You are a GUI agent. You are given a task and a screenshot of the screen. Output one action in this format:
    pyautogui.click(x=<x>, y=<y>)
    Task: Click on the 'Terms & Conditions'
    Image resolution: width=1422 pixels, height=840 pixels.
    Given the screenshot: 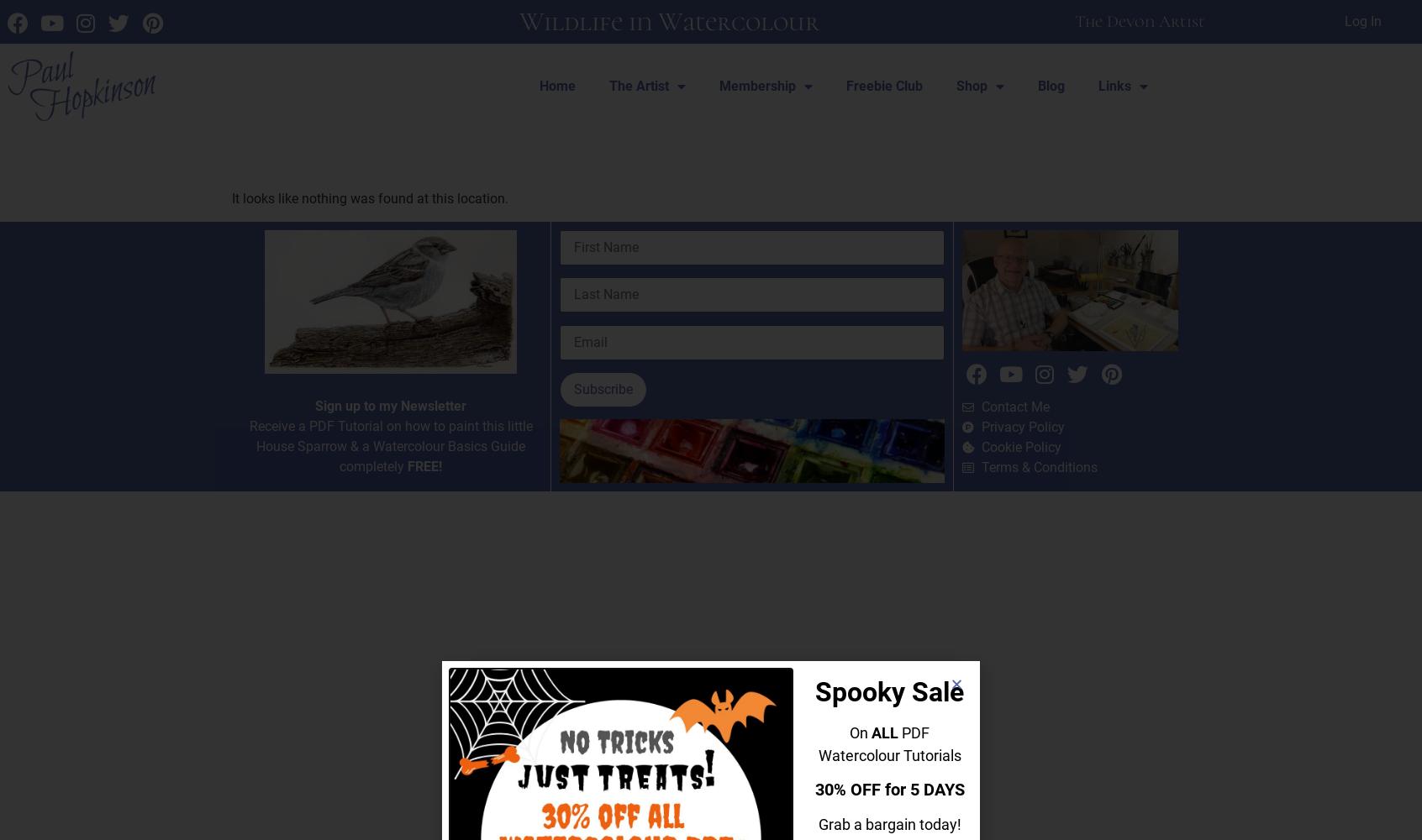 What is the action you would take?
    pyautogui.click(x=1039, y=467)
    